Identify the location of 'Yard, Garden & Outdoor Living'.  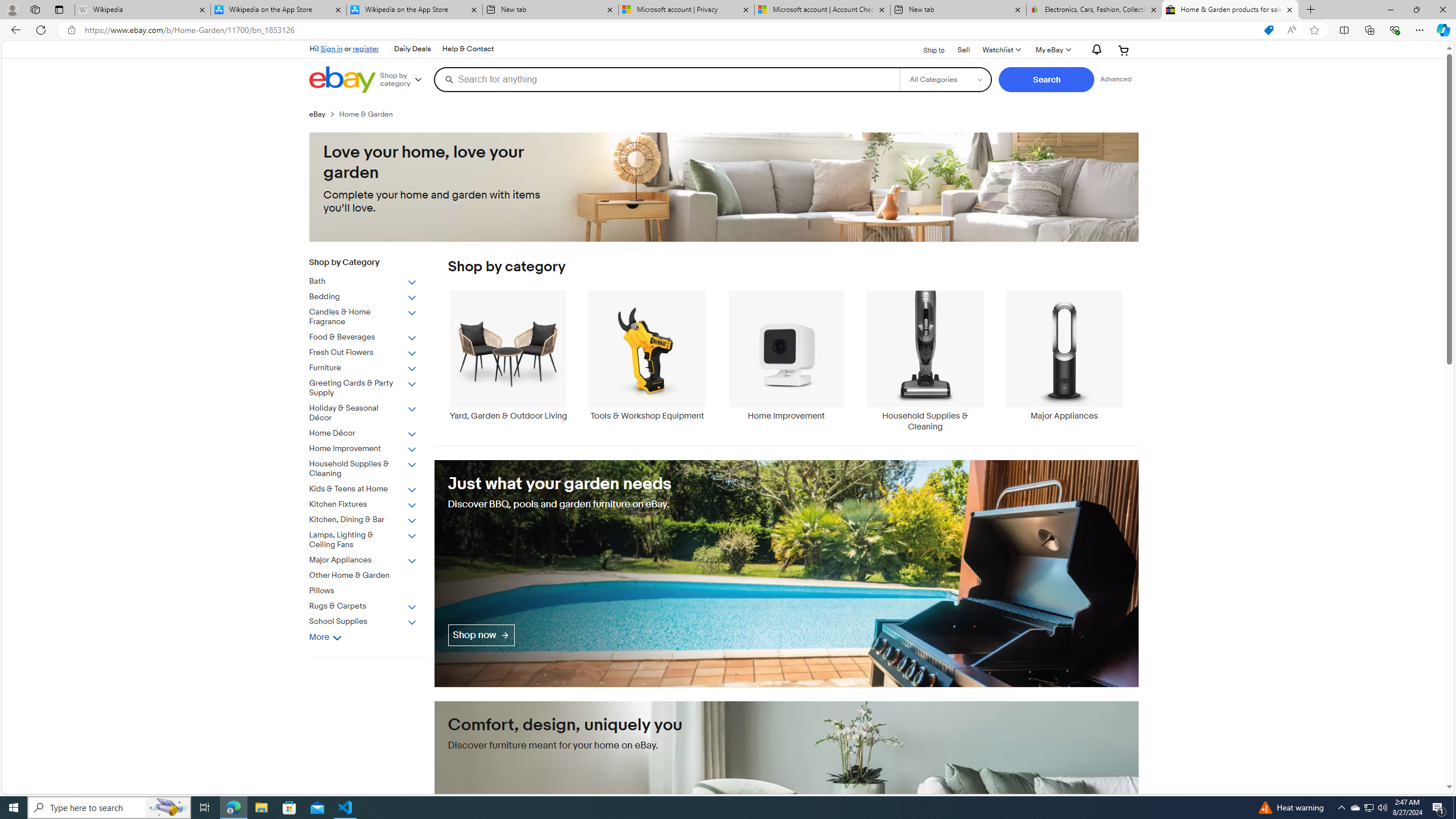
(507, 355).